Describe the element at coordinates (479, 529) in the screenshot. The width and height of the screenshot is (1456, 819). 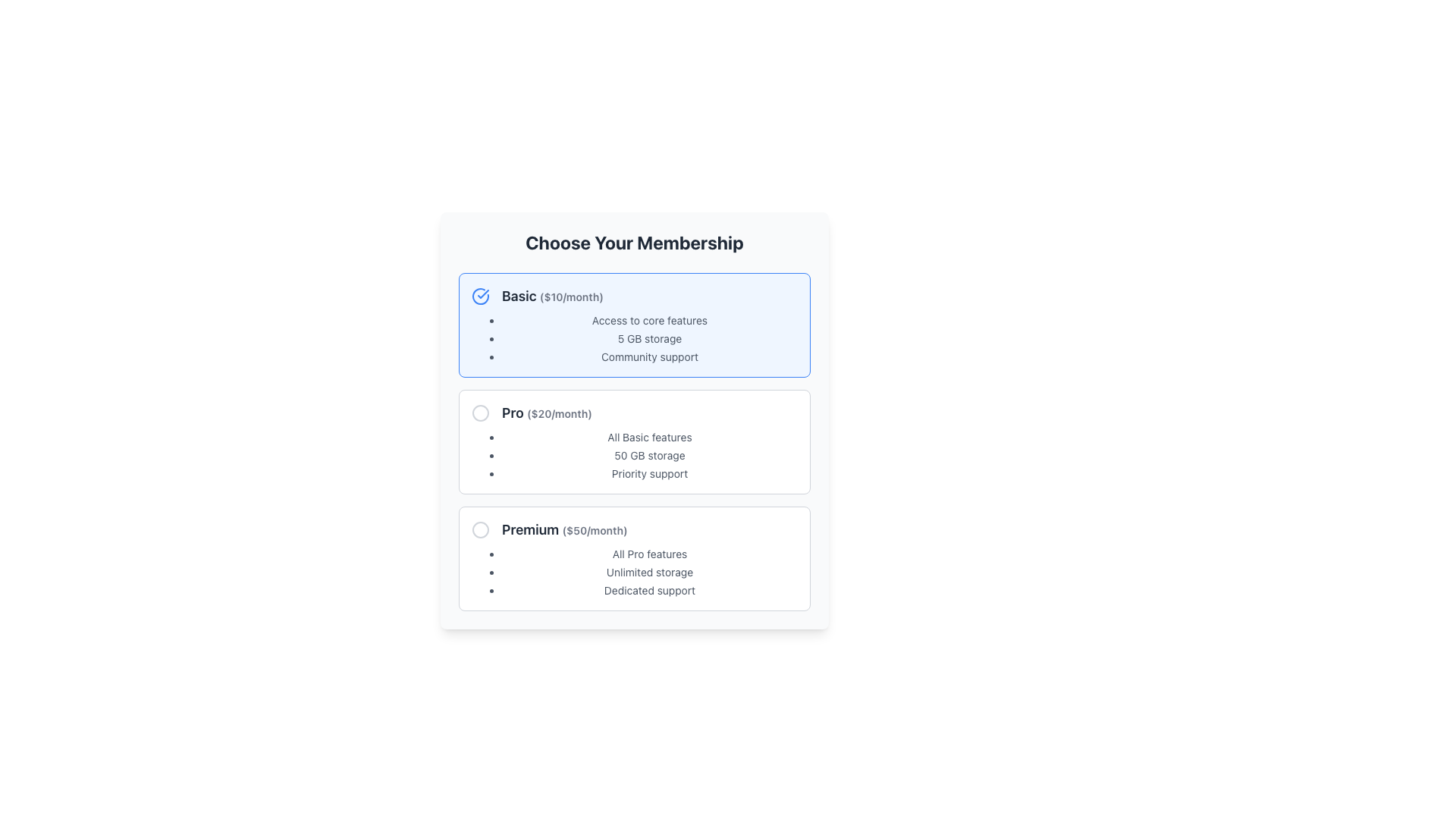
I see `circular icon that indicates the Premium subscription option ('$50/month') for developer tools` at that location.